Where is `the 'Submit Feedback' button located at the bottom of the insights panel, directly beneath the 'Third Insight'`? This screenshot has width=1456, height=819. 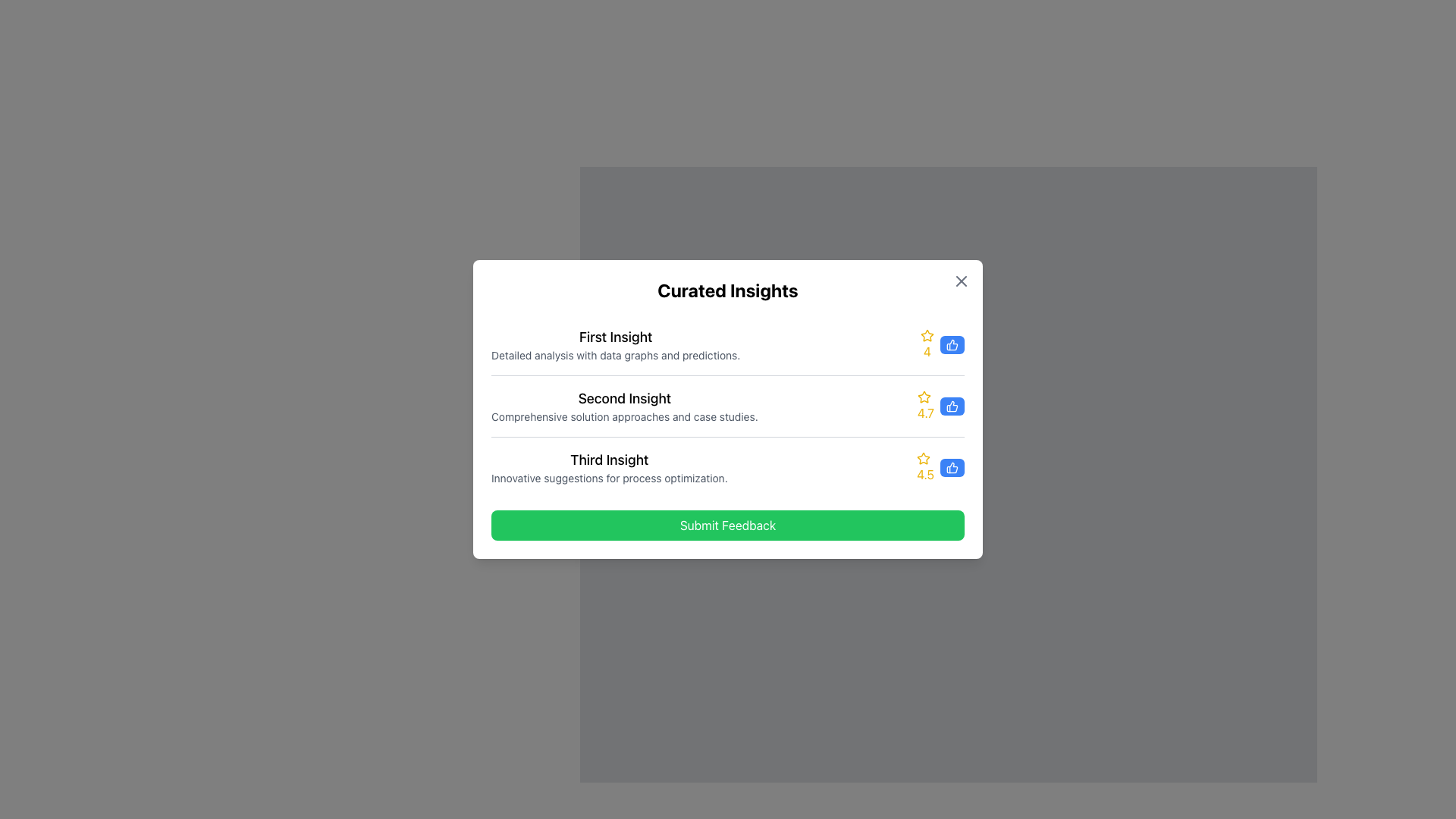
the 'Submit Feedback' button located at the bottom of the insights panel, directly beneath the 'Third Insight' is located at coordinates (728, 525).